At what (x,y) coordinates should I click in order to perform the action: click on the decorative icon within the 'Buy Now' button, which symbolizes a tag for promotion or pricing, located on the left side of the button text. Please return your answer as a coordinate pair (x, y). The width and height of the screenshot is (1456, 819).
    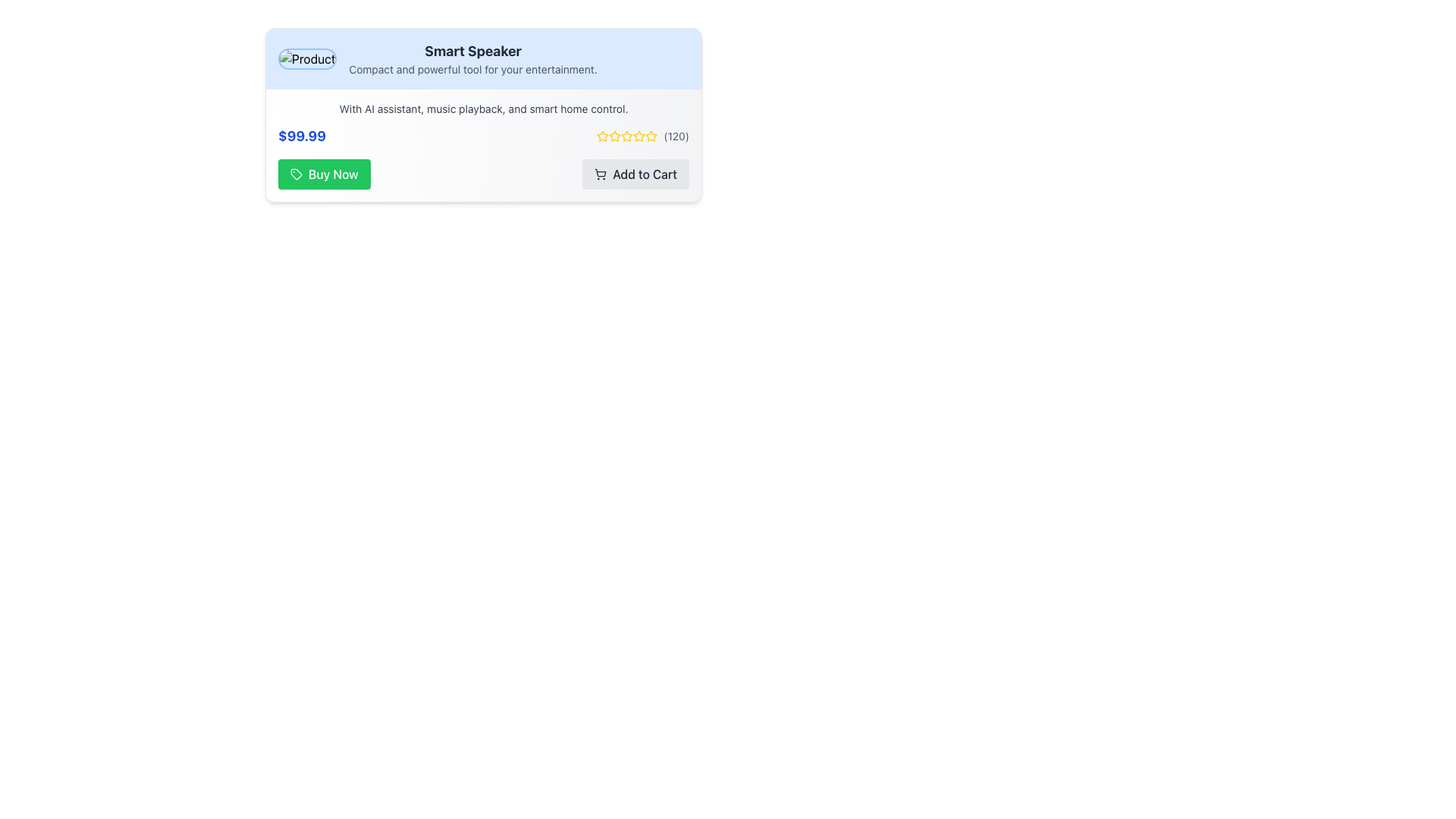
    Looking at the image, I should click on (296, 174).